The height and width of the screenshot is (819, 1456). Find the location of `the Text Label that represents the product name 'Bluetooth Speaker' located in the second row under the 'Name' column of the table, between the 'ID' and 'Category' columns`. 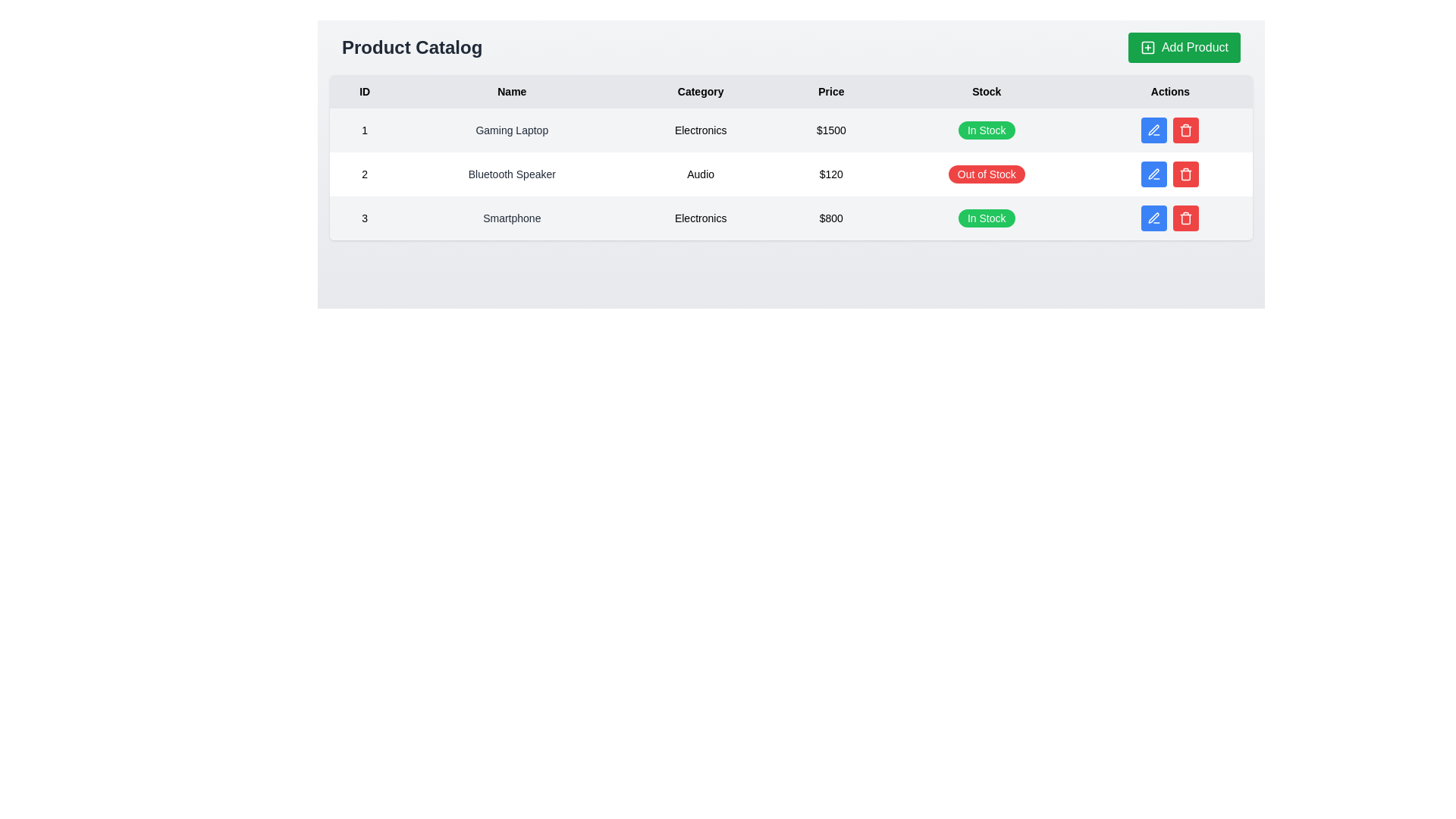

the Text Label that represents the product name 'Bluetooth Speaker' located in the second row under the 'Name' column of the table, between the 'ID' and 'Category' columns is located at coordinates (512, 174).